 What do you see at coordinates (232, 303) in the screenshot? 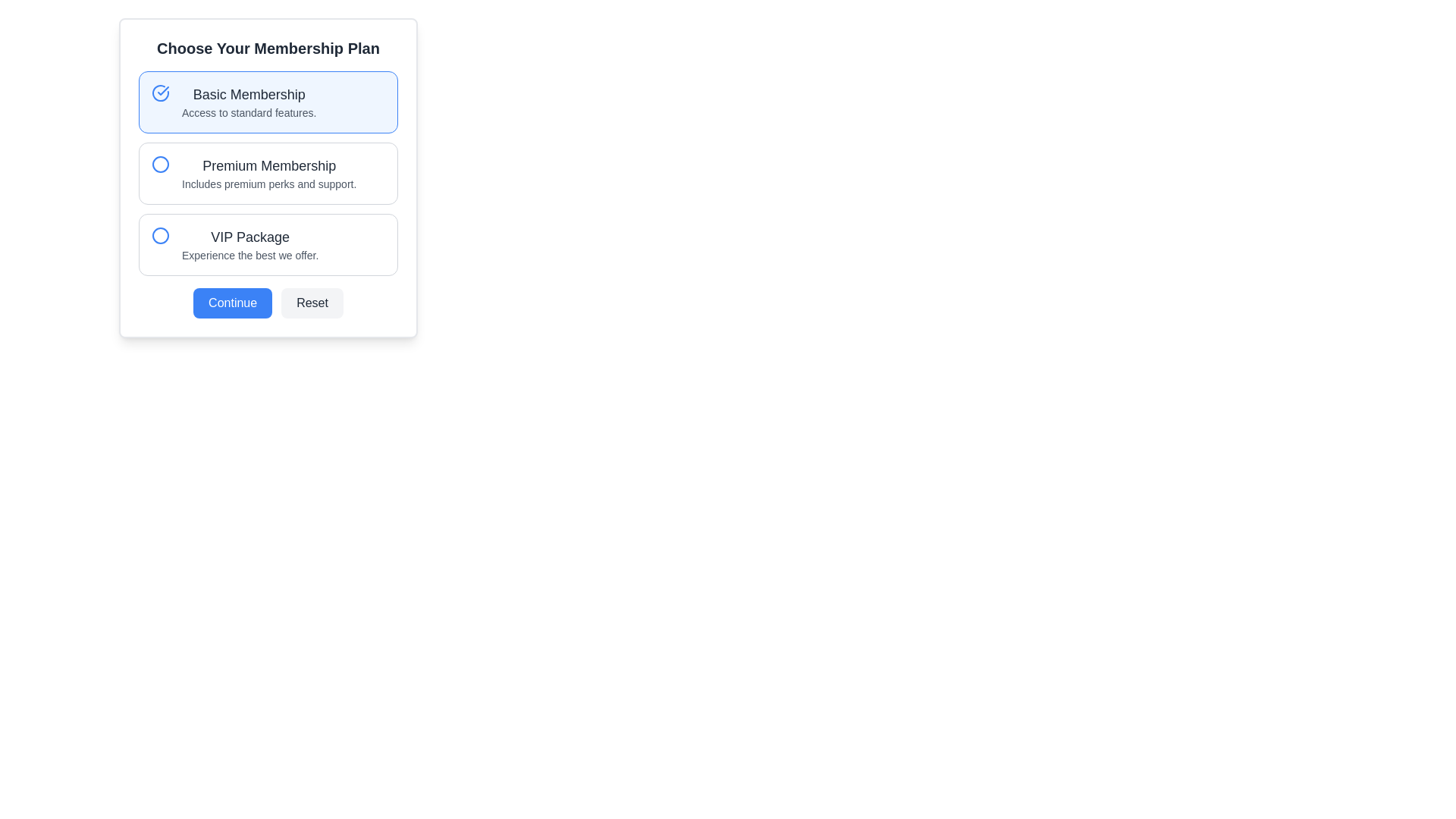
I see `the rectangular button with a blue background and white text that reads 'Continue' to observe the hover effect` at bounding box center [232, 303].